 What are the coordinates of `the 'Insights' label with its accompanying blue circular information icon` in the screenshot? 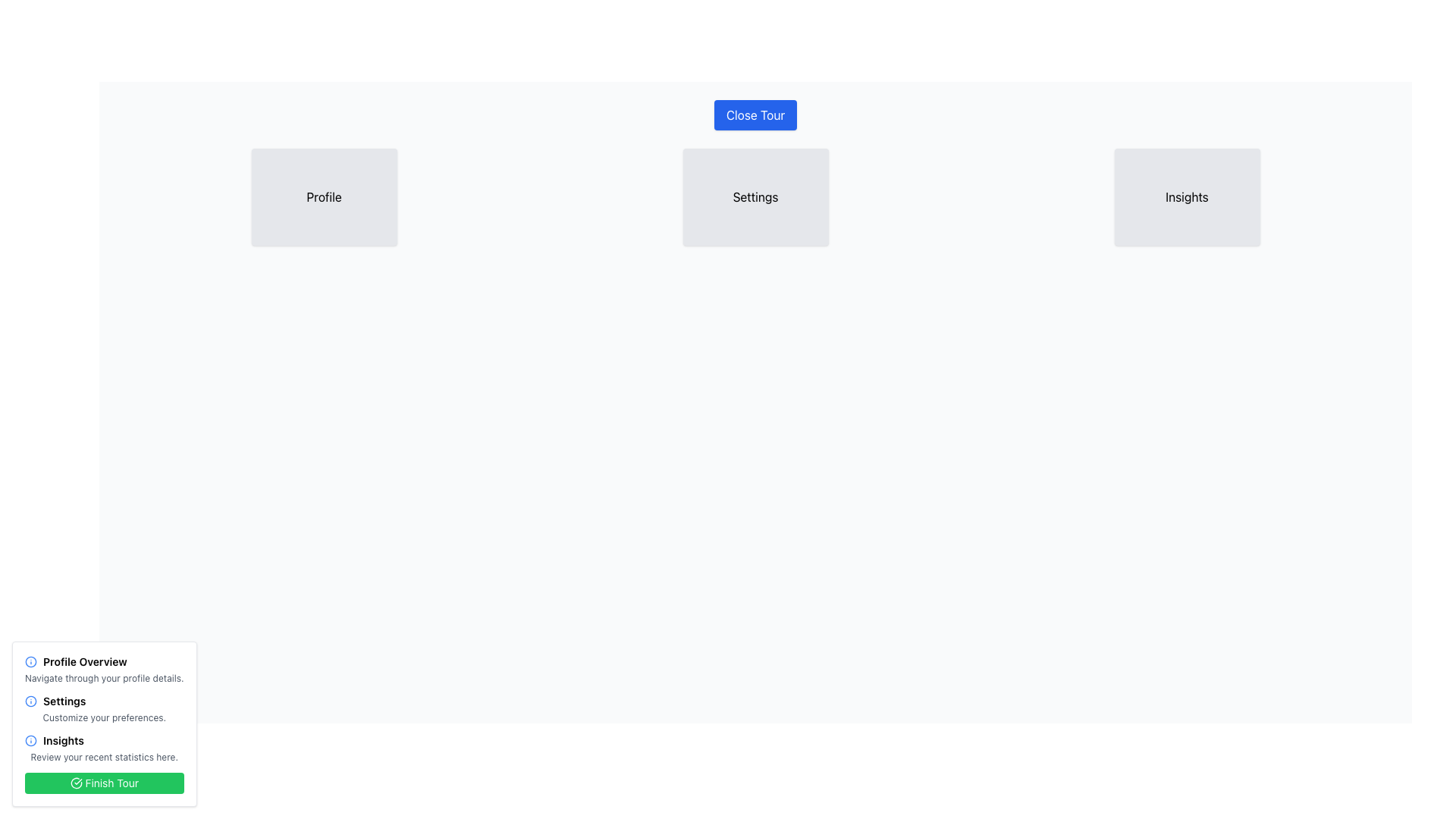 It's located at (103, 739).